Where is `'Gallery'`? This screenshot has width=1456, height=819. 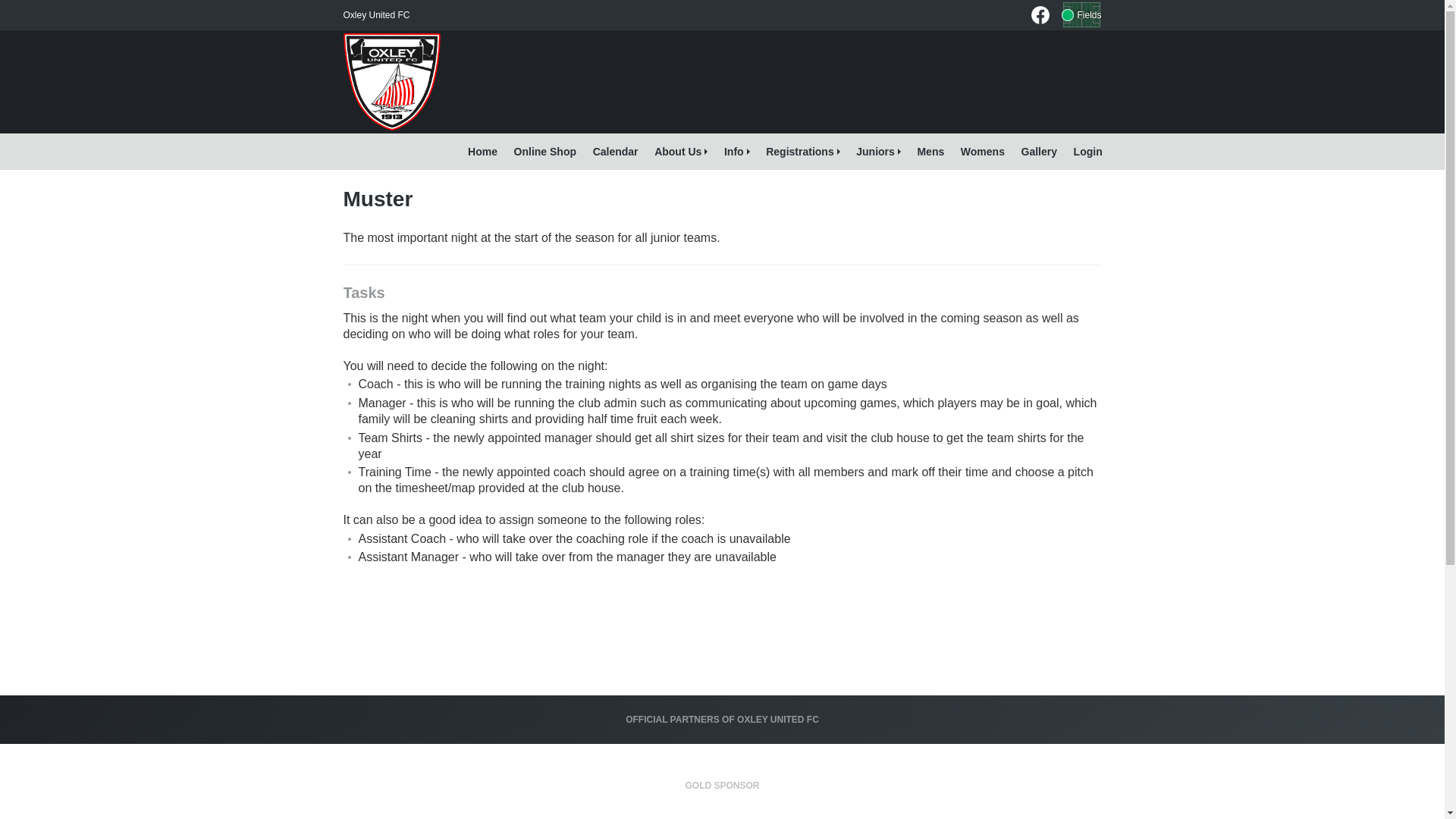
'Gallery' is located at coordinates (1038, 152).